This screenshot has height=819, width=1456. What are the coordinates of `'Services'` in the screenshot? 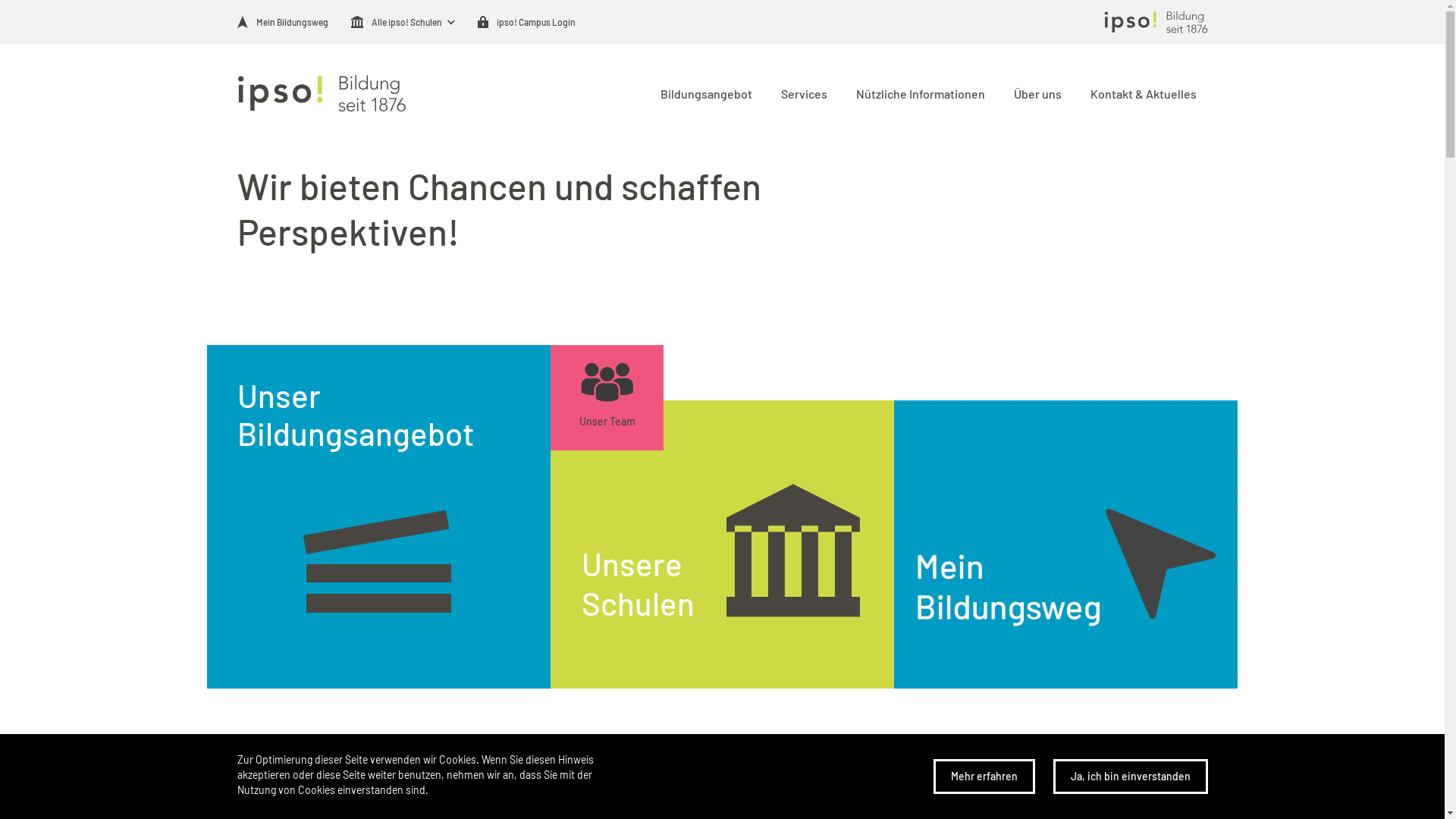 It's located at (800, 93).